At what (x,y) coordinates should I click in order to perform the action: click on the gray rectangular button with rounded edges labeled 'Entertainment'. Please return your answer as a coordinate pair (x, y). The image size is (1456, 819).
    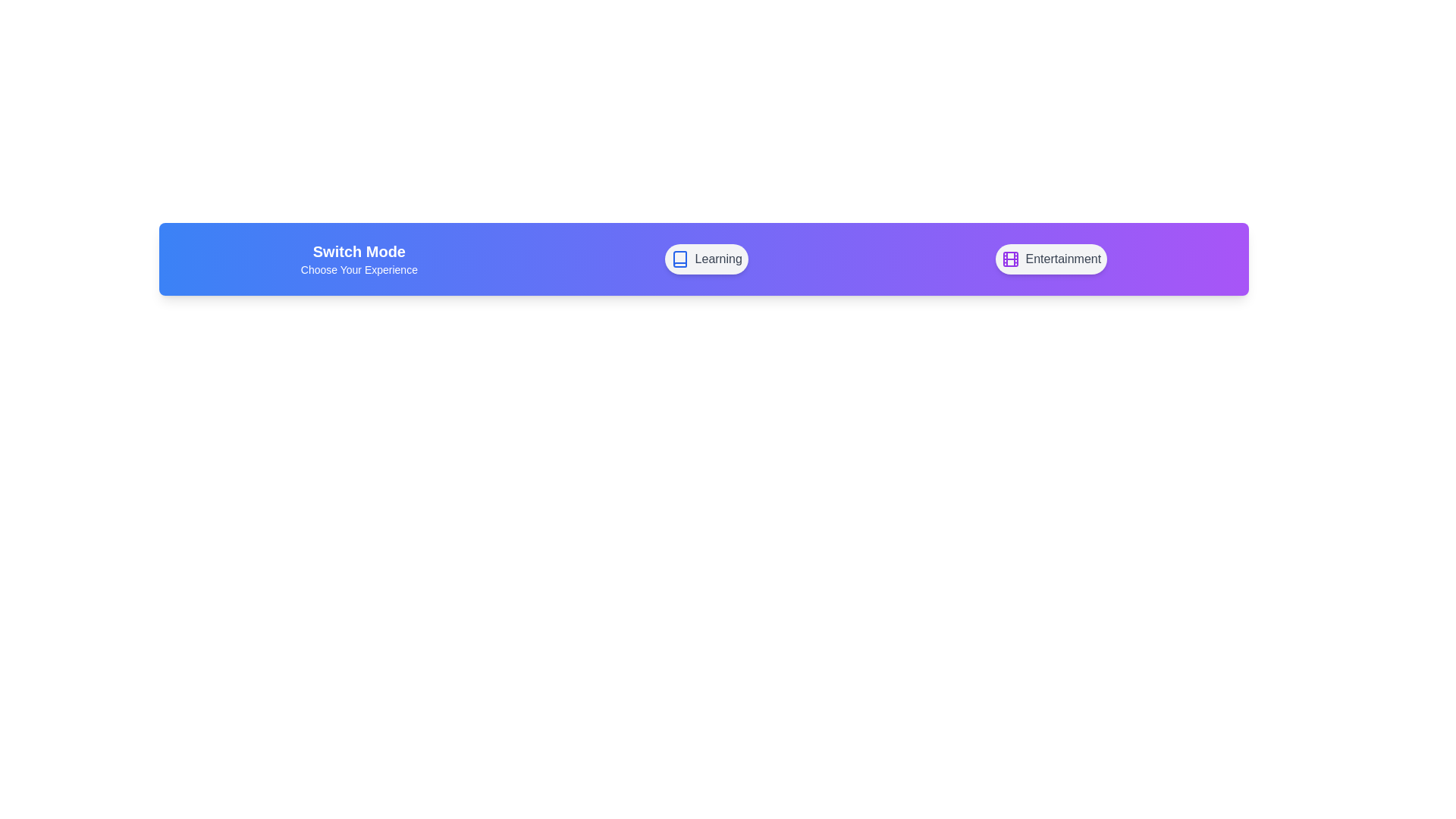
    Looking at the image, I should click on (1050, 259).